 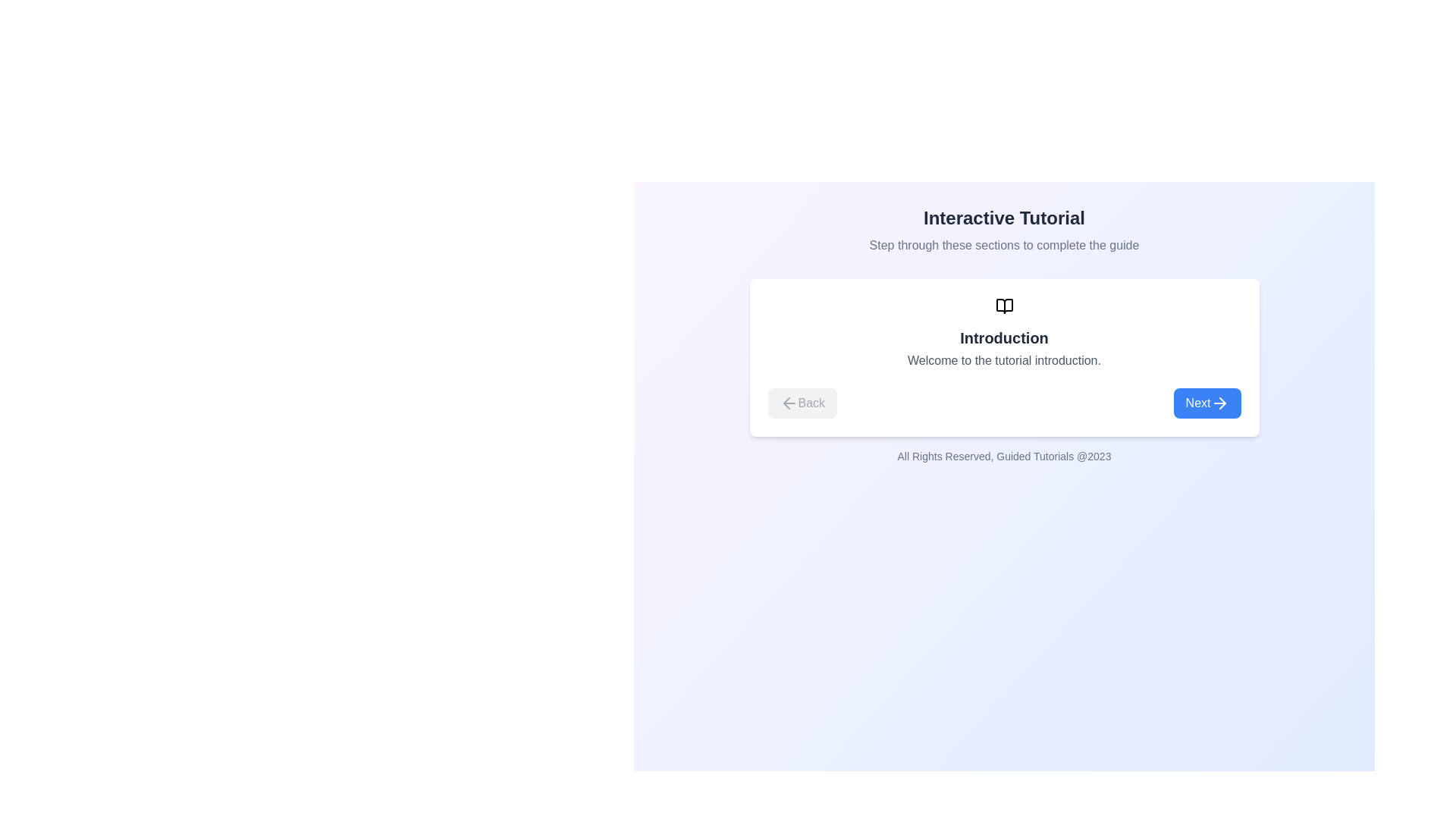 I want to click on the 'Next' button to navigate to the next step, so click(x=1207, y=403).